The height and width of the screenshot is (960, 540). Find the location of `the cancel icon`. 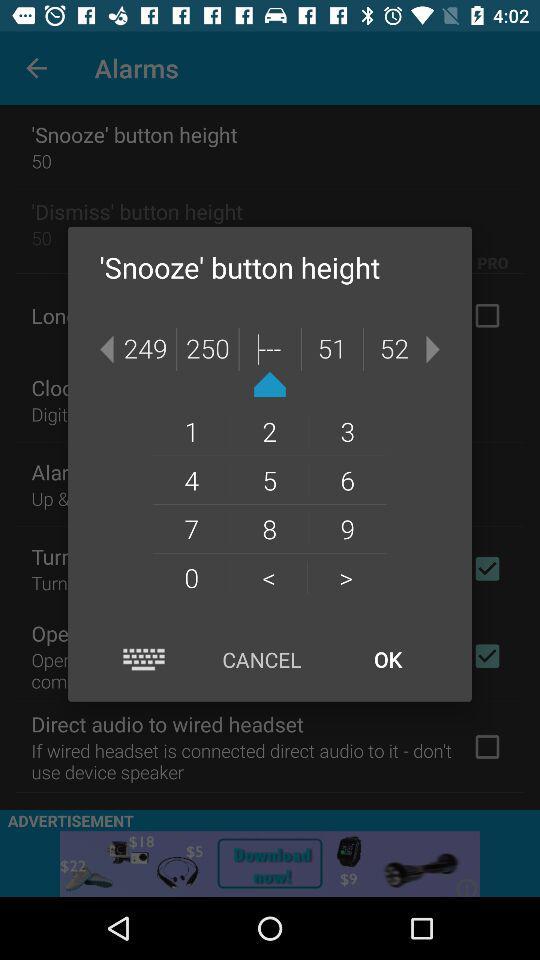

the cancel icon is located at coordinates (261, 658).